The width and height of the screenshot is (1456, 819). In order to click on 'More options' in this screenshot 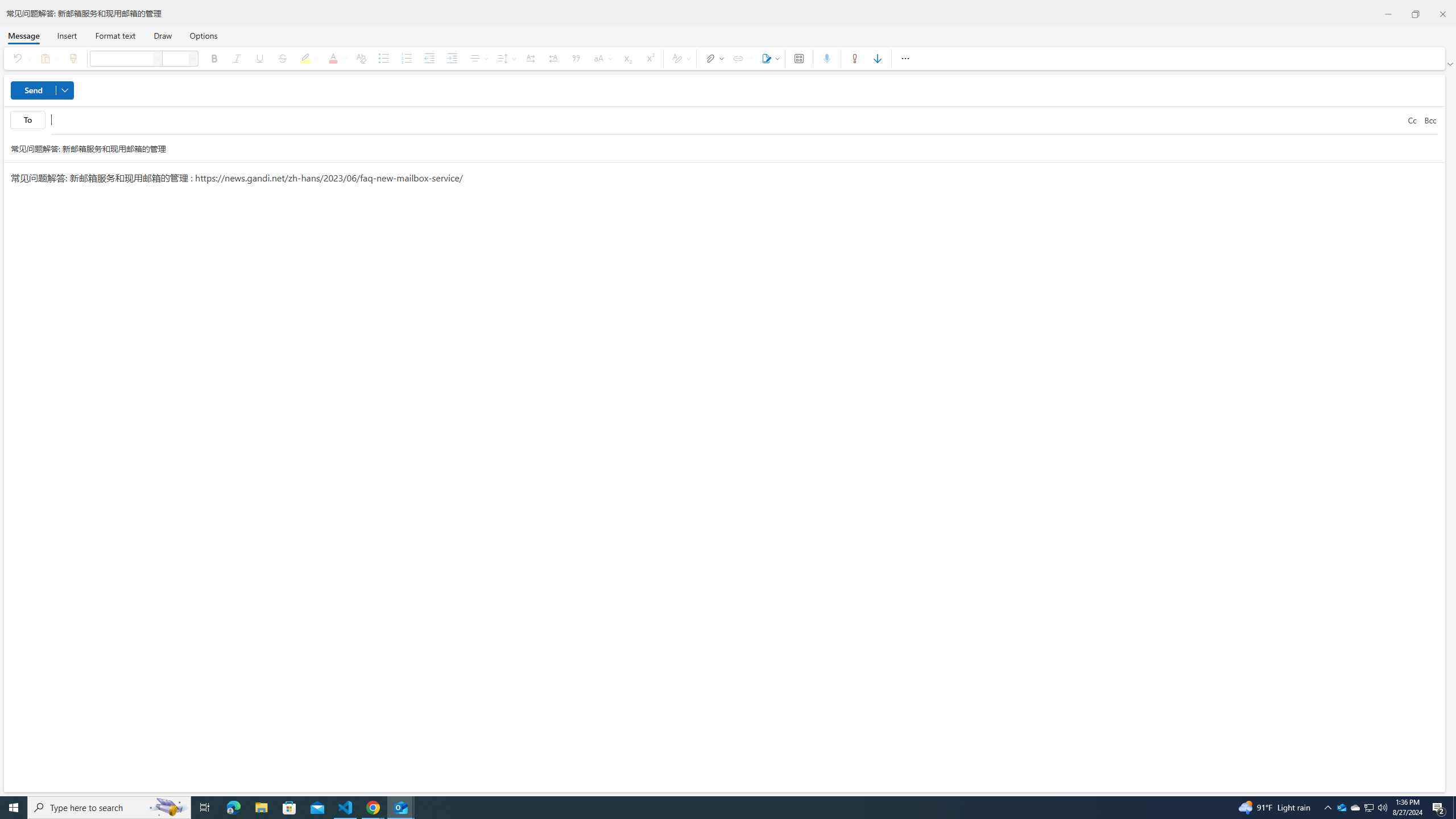, I will do `click(905, 58)`.